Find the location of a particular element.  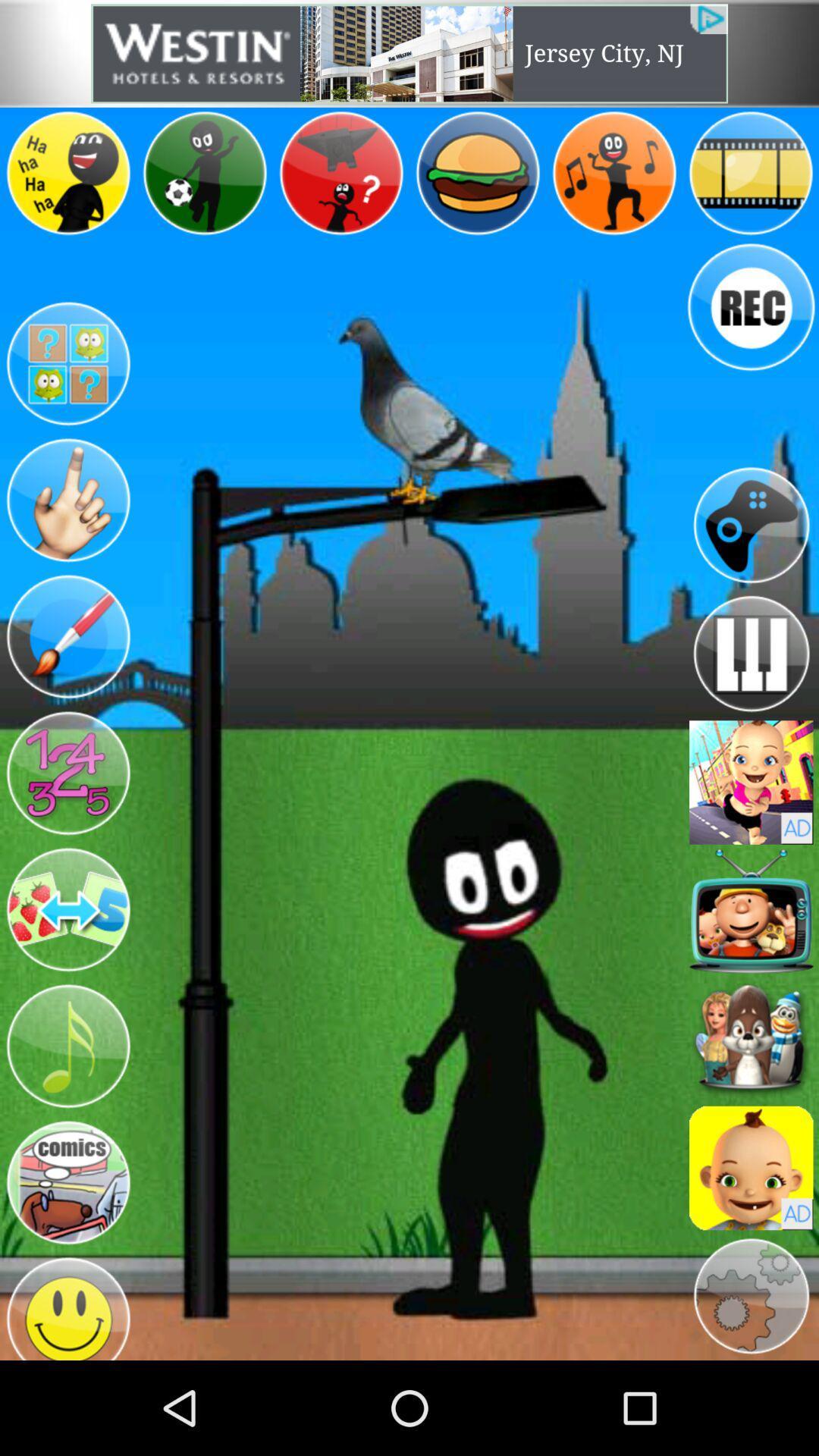

game is located at coordinates (751, 783).